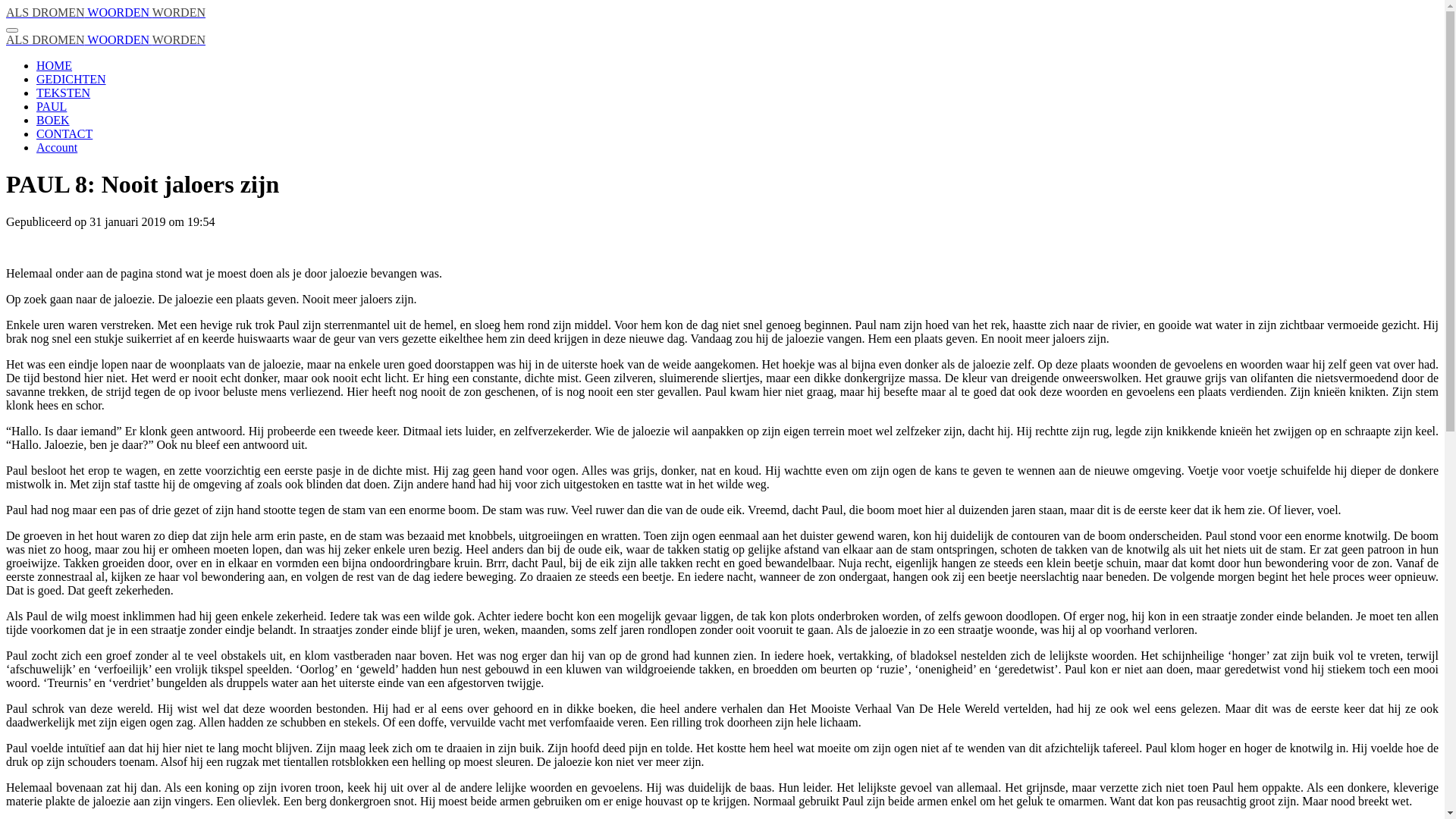 The width and height of the screenshot is (1456, 819). I want to click on 'ALS DROMEN WOORDEN WORDEN', so click(105, 12).